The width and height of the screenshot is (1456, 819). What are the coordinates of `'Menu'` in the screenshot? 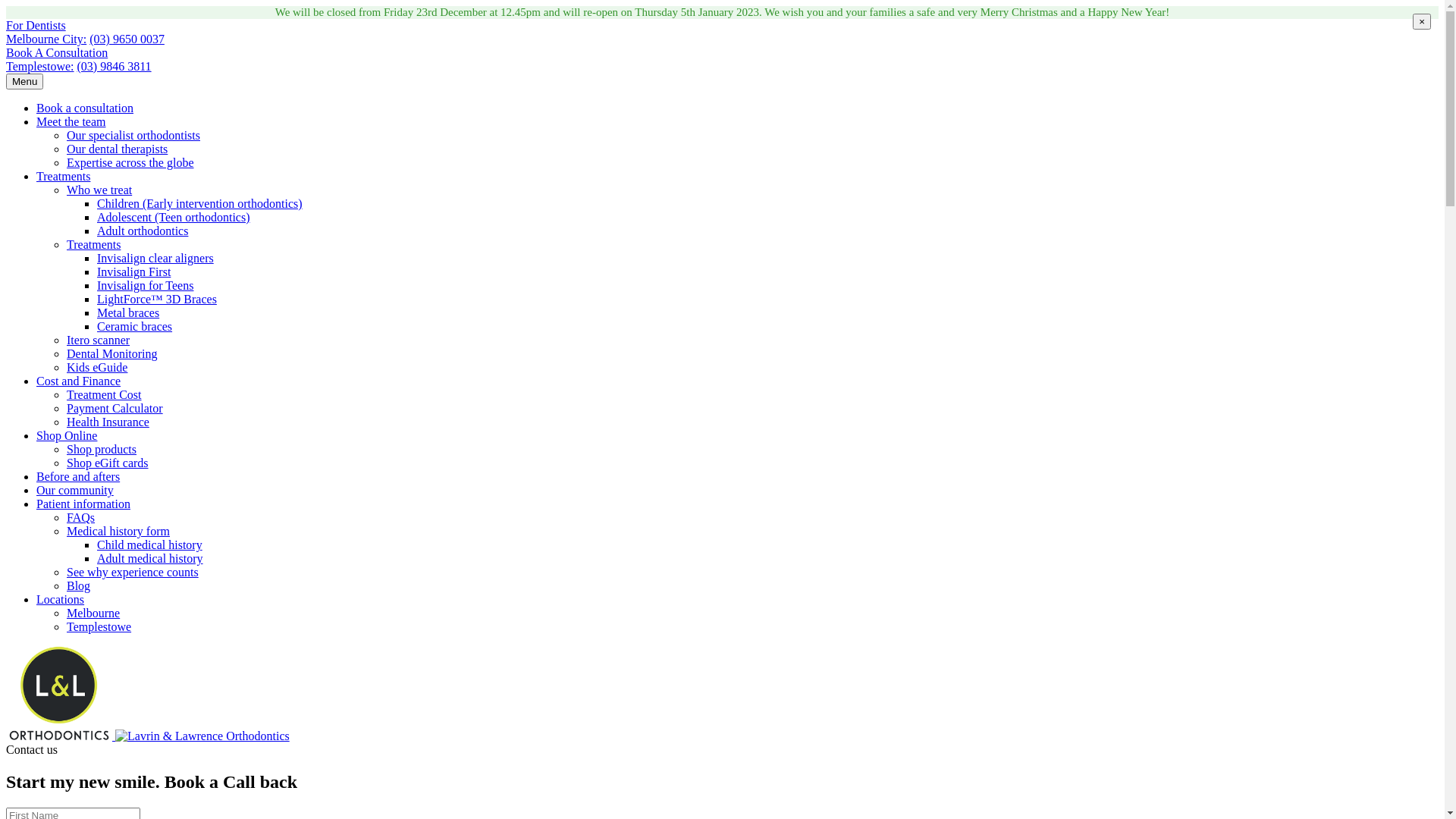 It's located at (24, 81).